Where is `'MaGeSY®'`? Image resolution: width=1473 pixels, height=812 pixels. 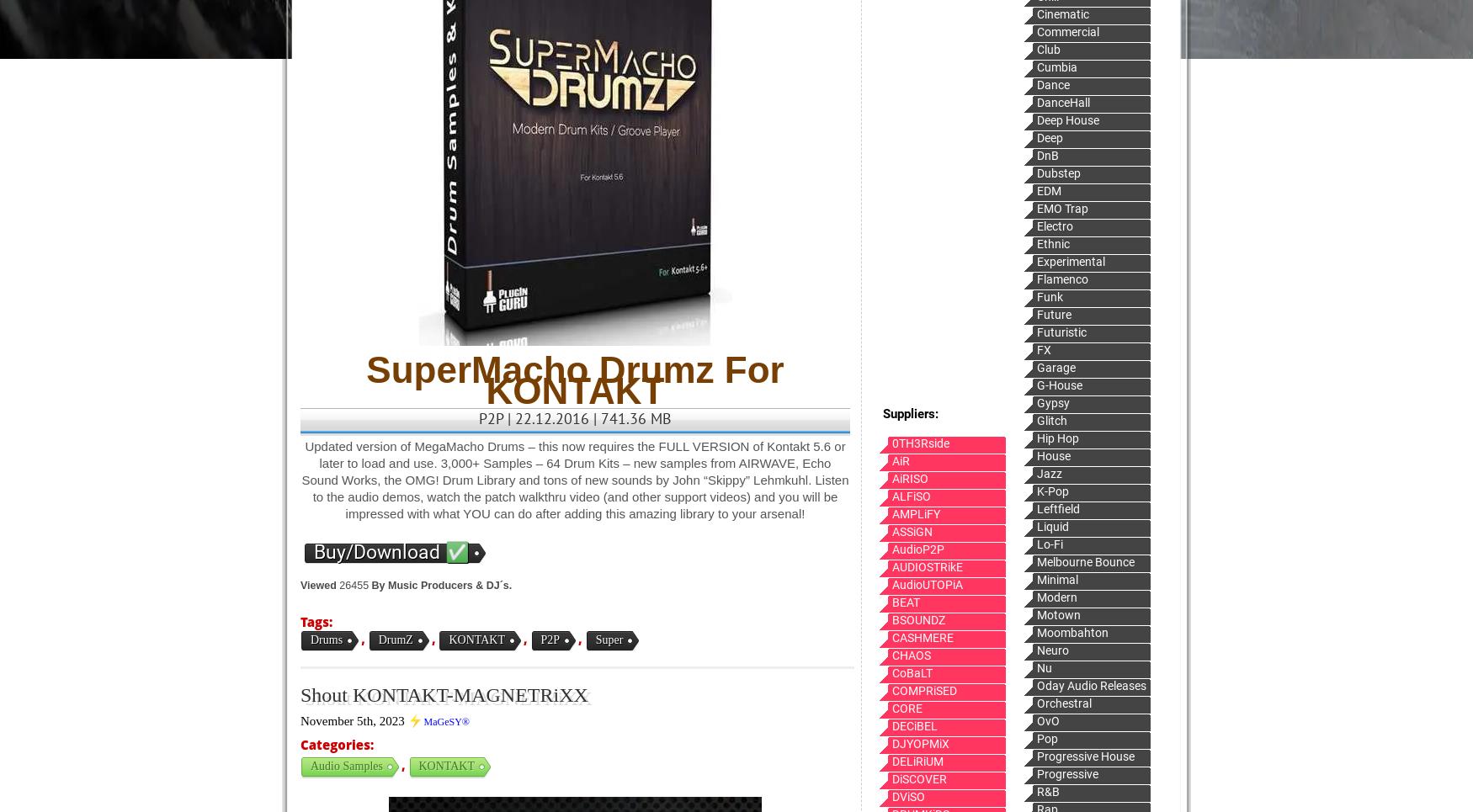
'MaGeSY®' is located at coordinates (445, 721).